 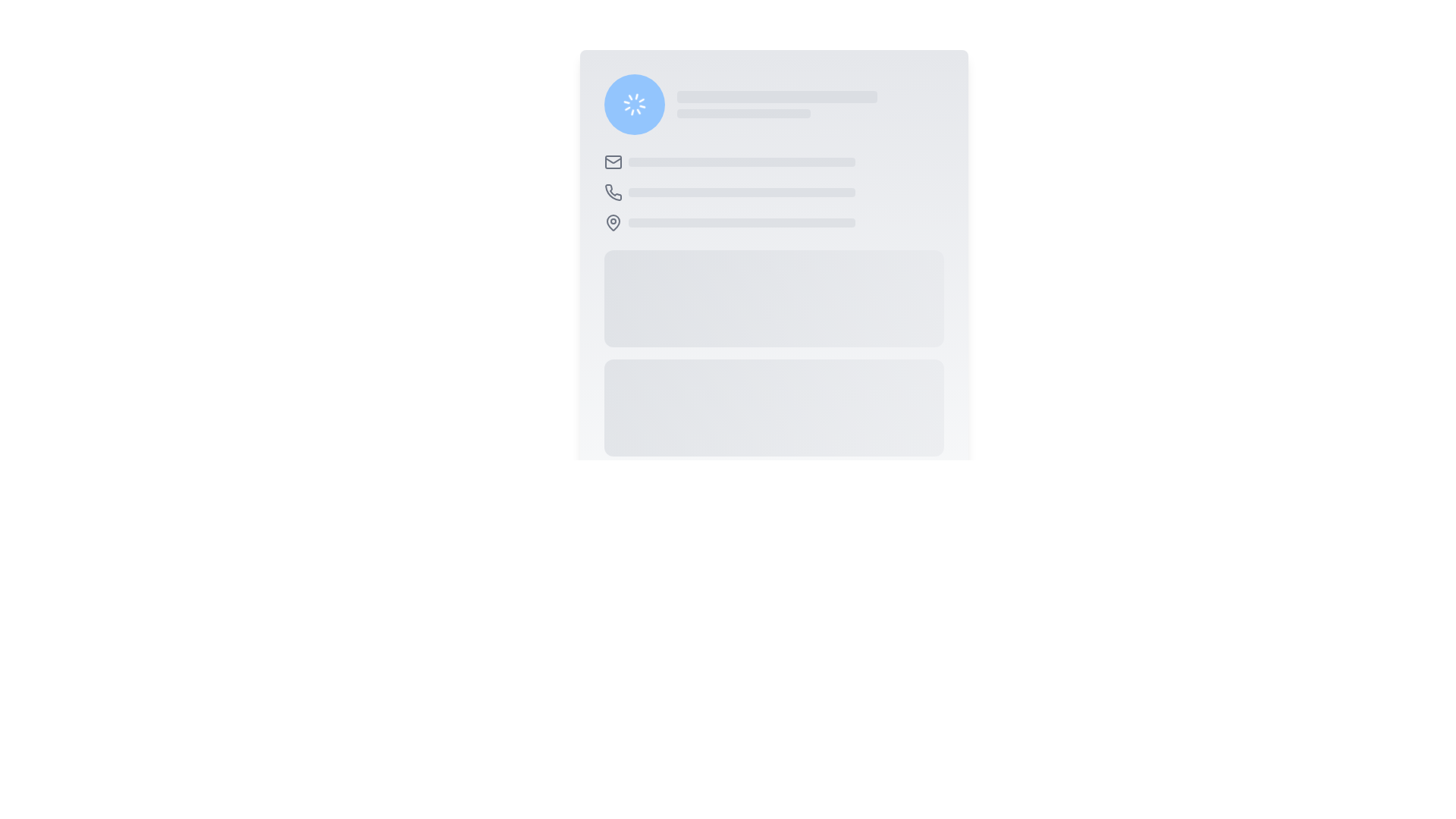 I want to click on the map pin icon, which serves as a location marker and is the leftmost element in a horizontal arrangement, so click(x=613, y=222).